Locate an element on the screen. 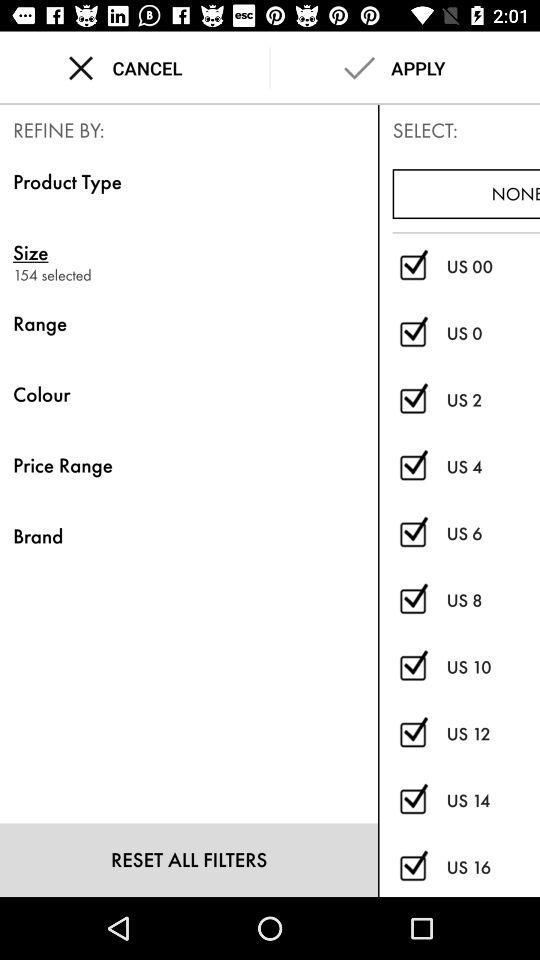  us 10 checkbox is located at coordinates (412, 667).